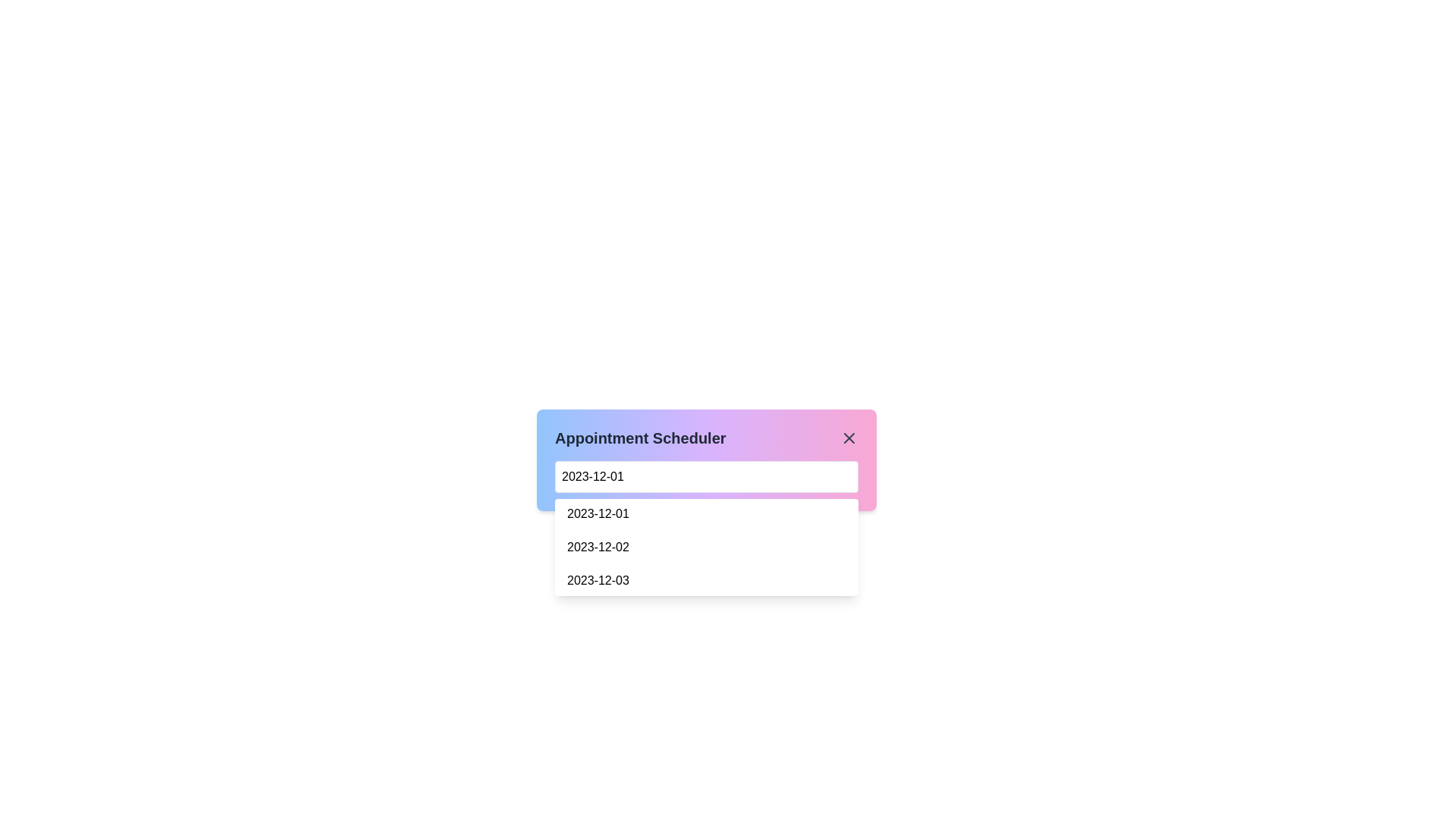 This screenshot has height=819, width=1456. Describe the element at coordinates (705, 438) in the screenshot. I see `the 'Appointment Scheduler' label which displays the text in bold, large font at the top of a colorful gradient box` at that location.